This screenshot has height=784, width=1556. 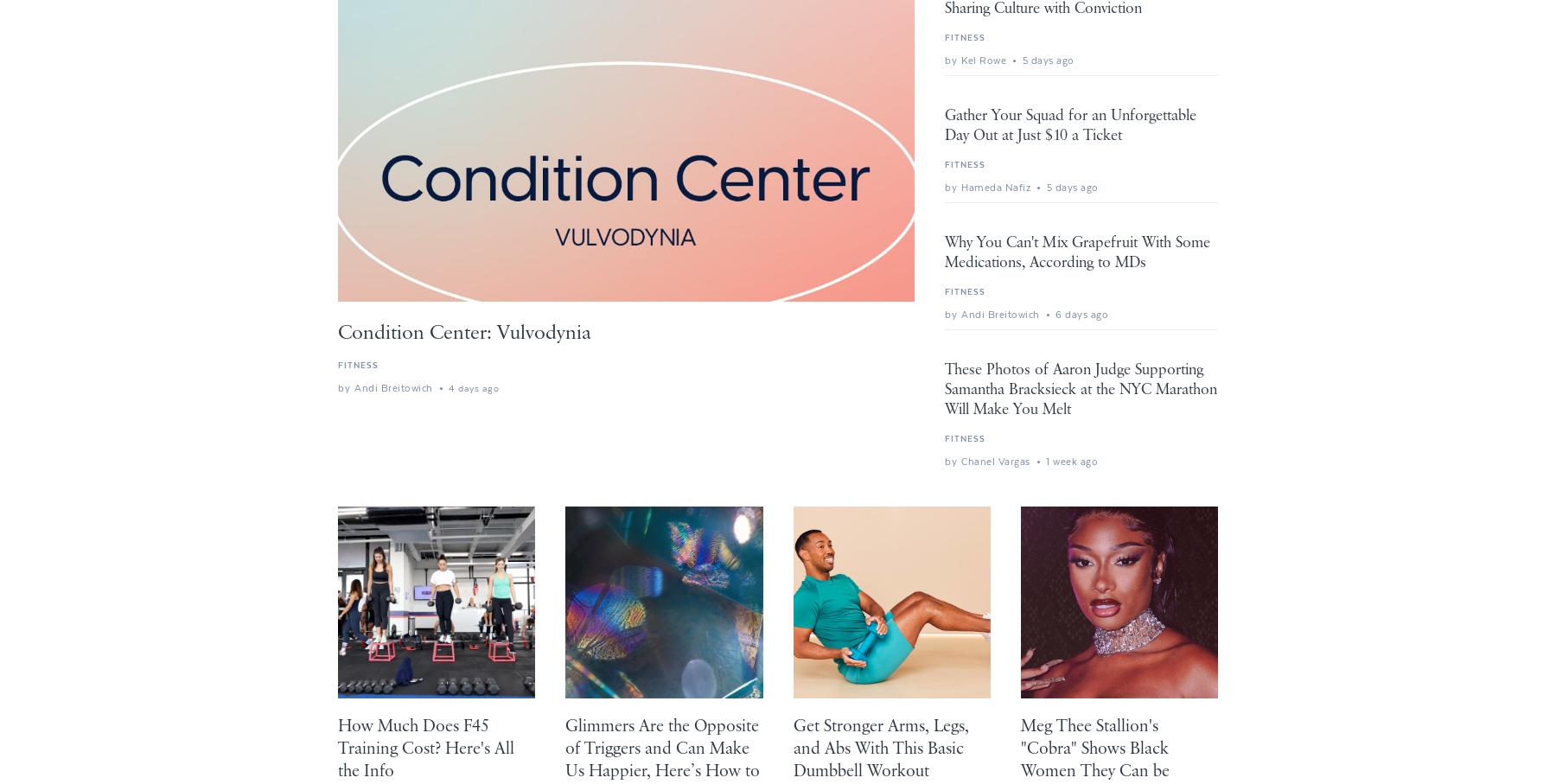 I want to click on 'Get Stronger Arms, Legs, and Abs With This Basic Dumbbell Workout', so click(x=880, y=748).